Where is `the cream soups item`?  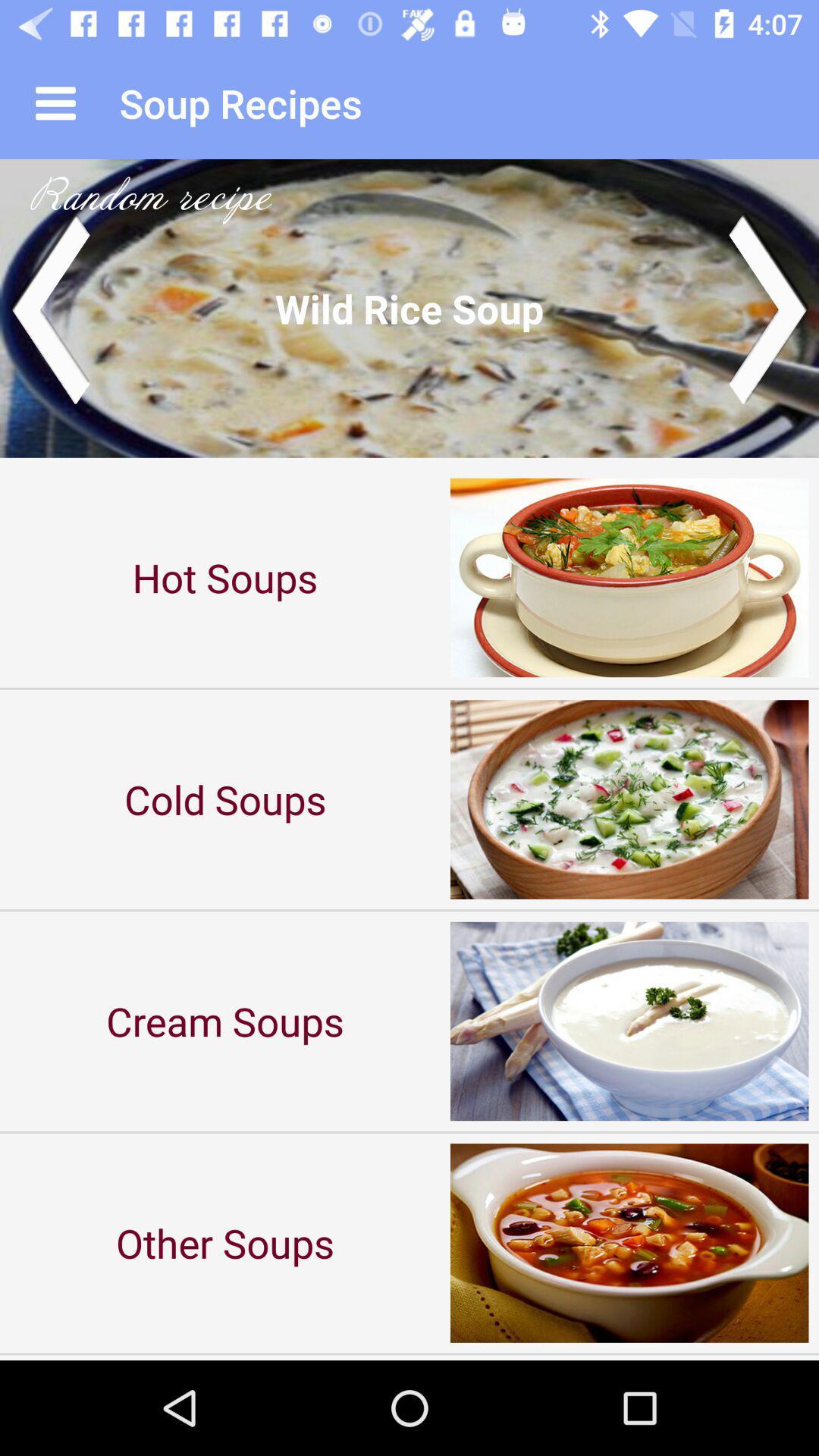 the cream soups item is located at coordinates (225, 1021).